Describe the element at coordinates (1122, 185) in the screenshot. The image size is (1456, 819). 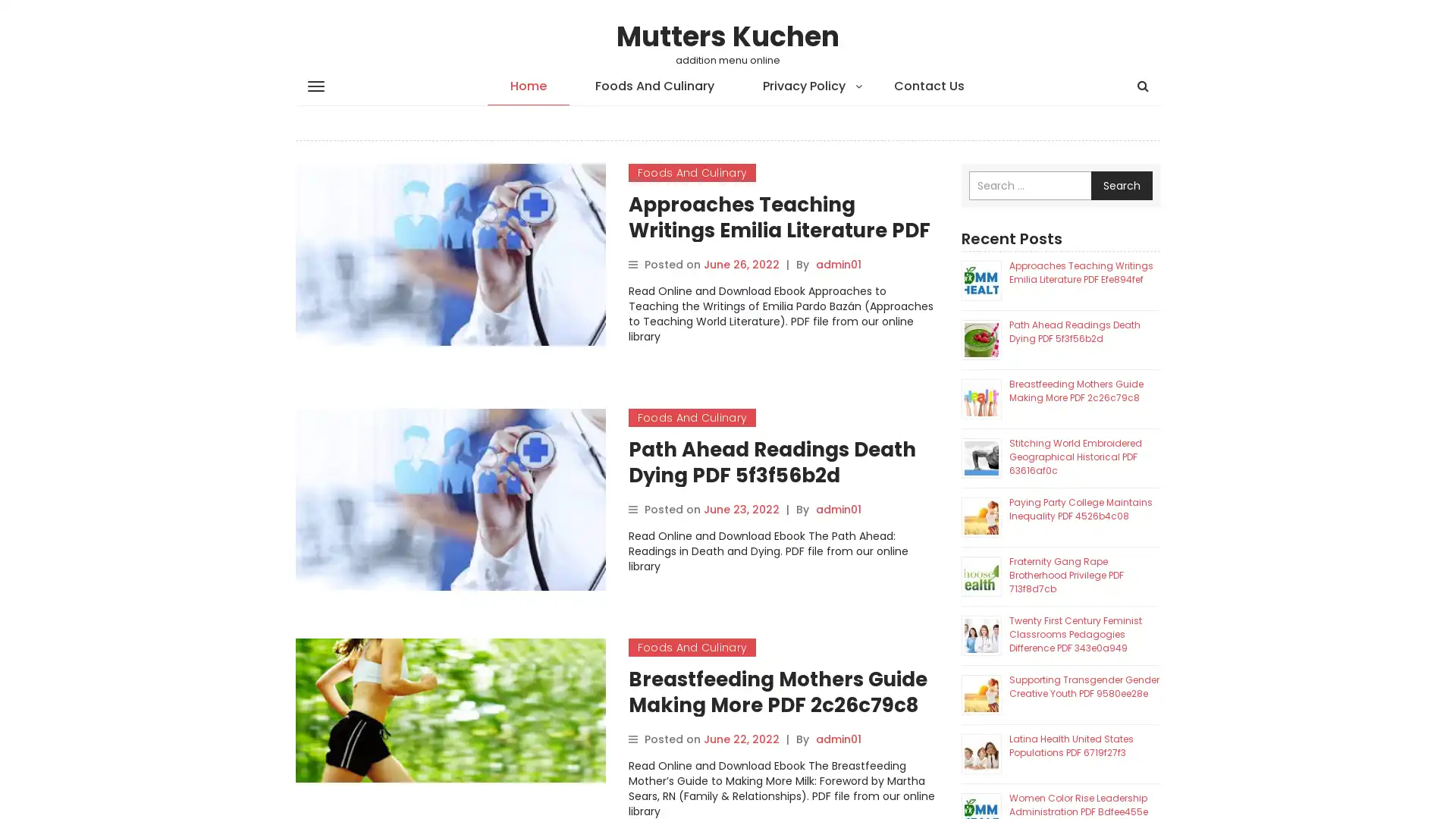
I see `Search` at that location.